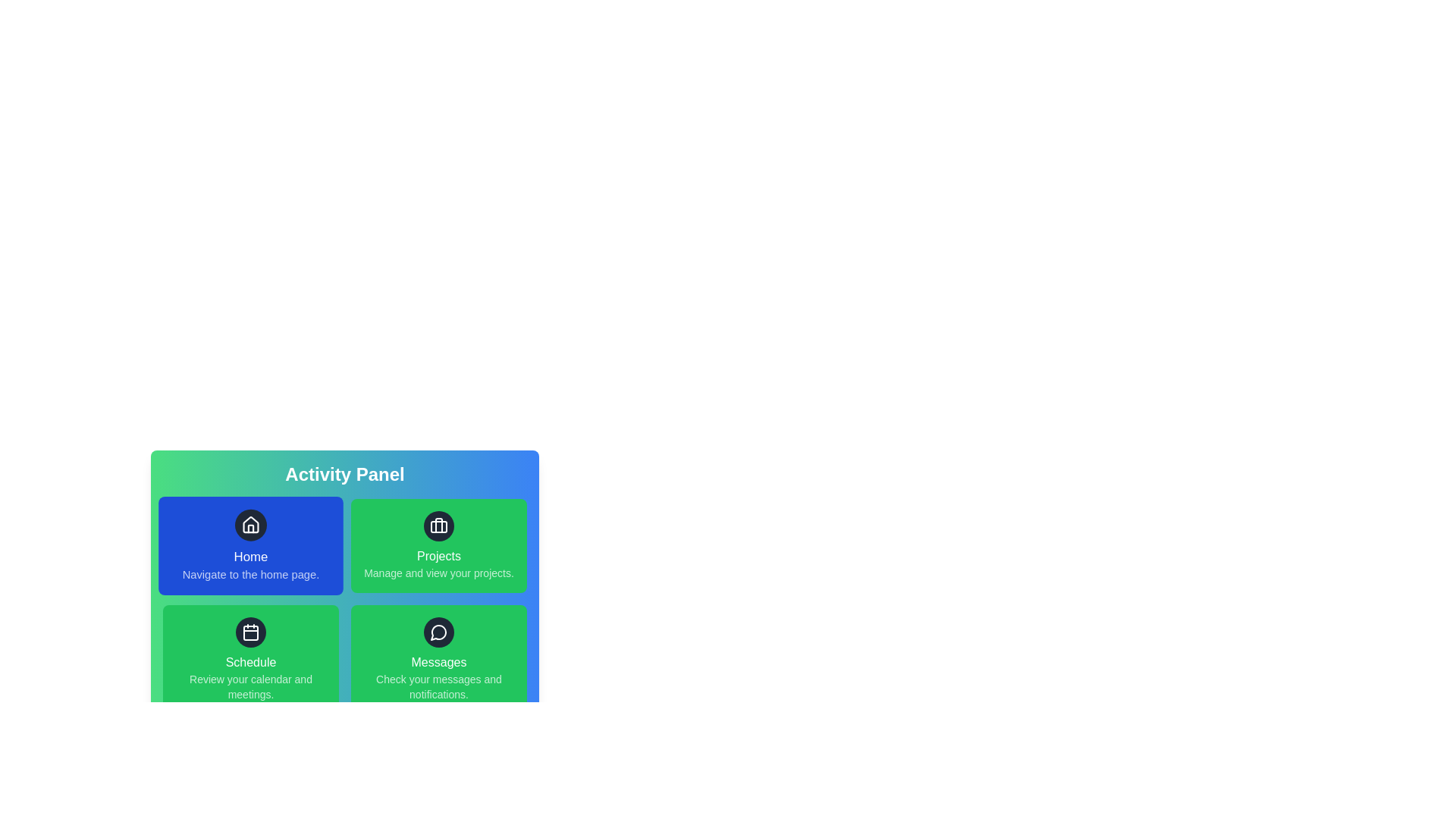 The image size is (1456, 819). Describe the element at coordinates (251, 659) in the screenshot. I see `the Schedule item in the Activity Panel` at that location.